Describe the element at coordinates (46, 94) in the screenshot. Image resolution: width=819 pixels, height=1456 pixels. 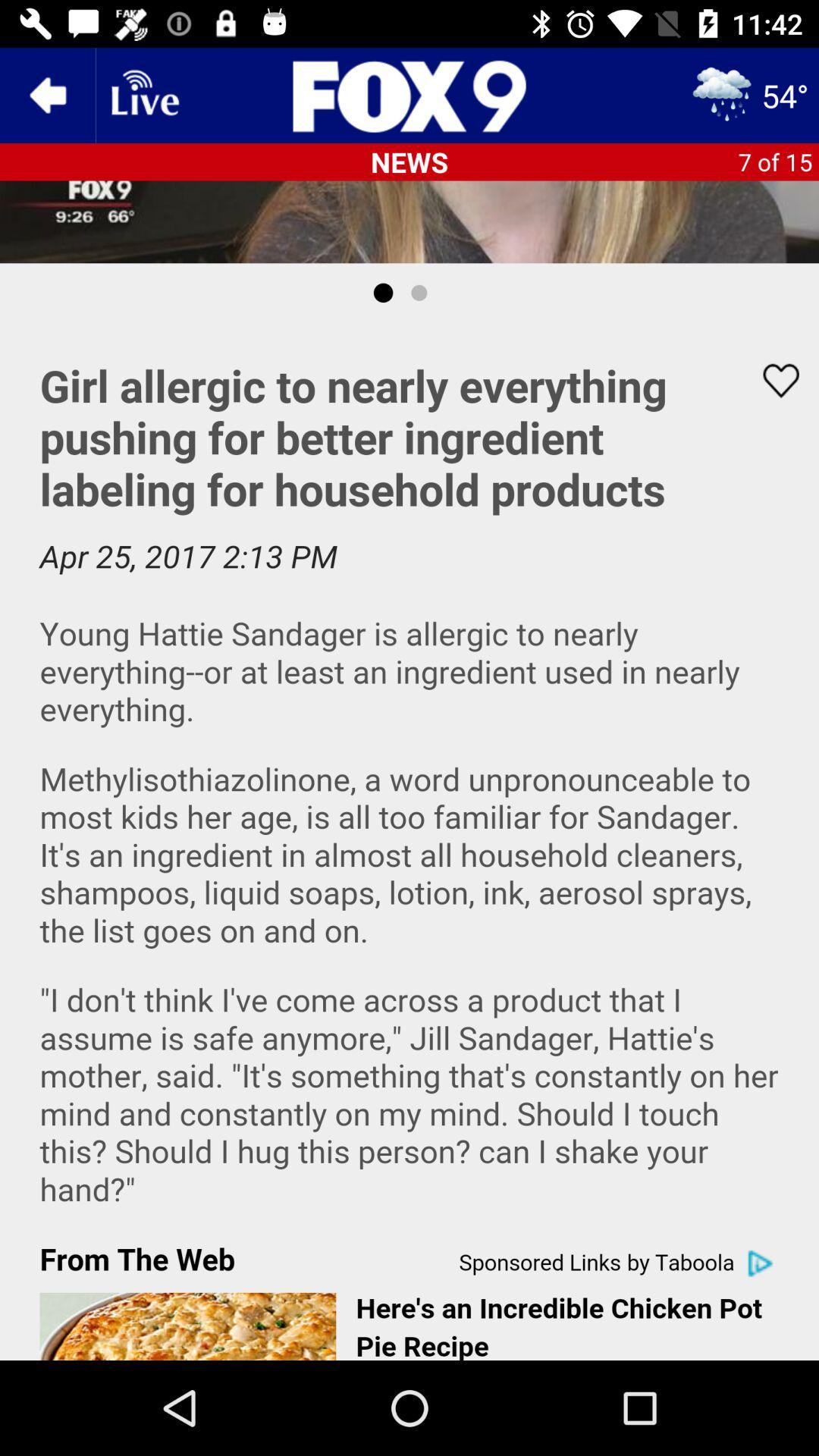
I see `goes back` at that location.